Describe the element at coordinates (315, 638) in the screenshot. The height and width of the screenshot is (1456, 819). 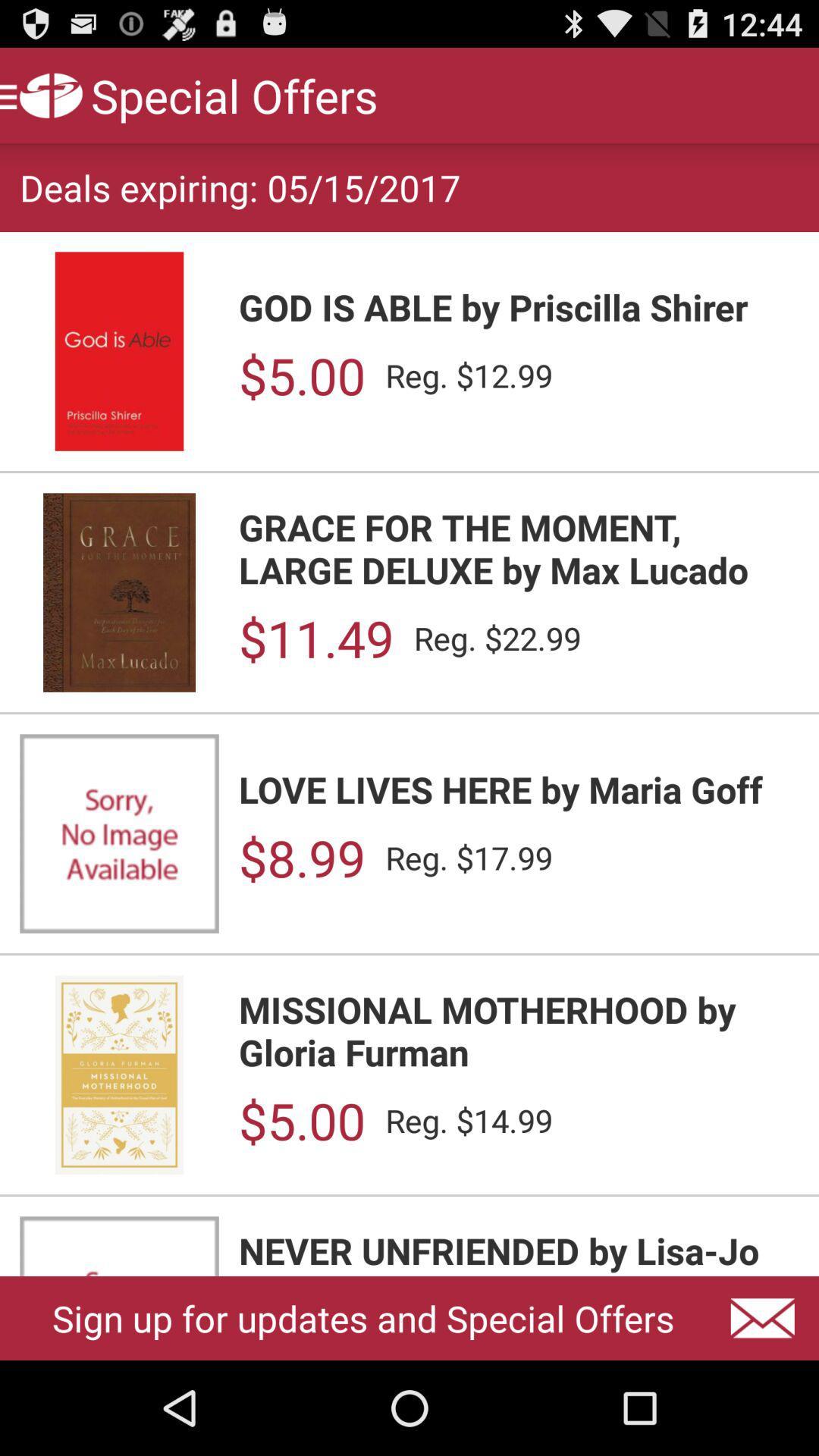
I see `the item above love lives here app` at that location.